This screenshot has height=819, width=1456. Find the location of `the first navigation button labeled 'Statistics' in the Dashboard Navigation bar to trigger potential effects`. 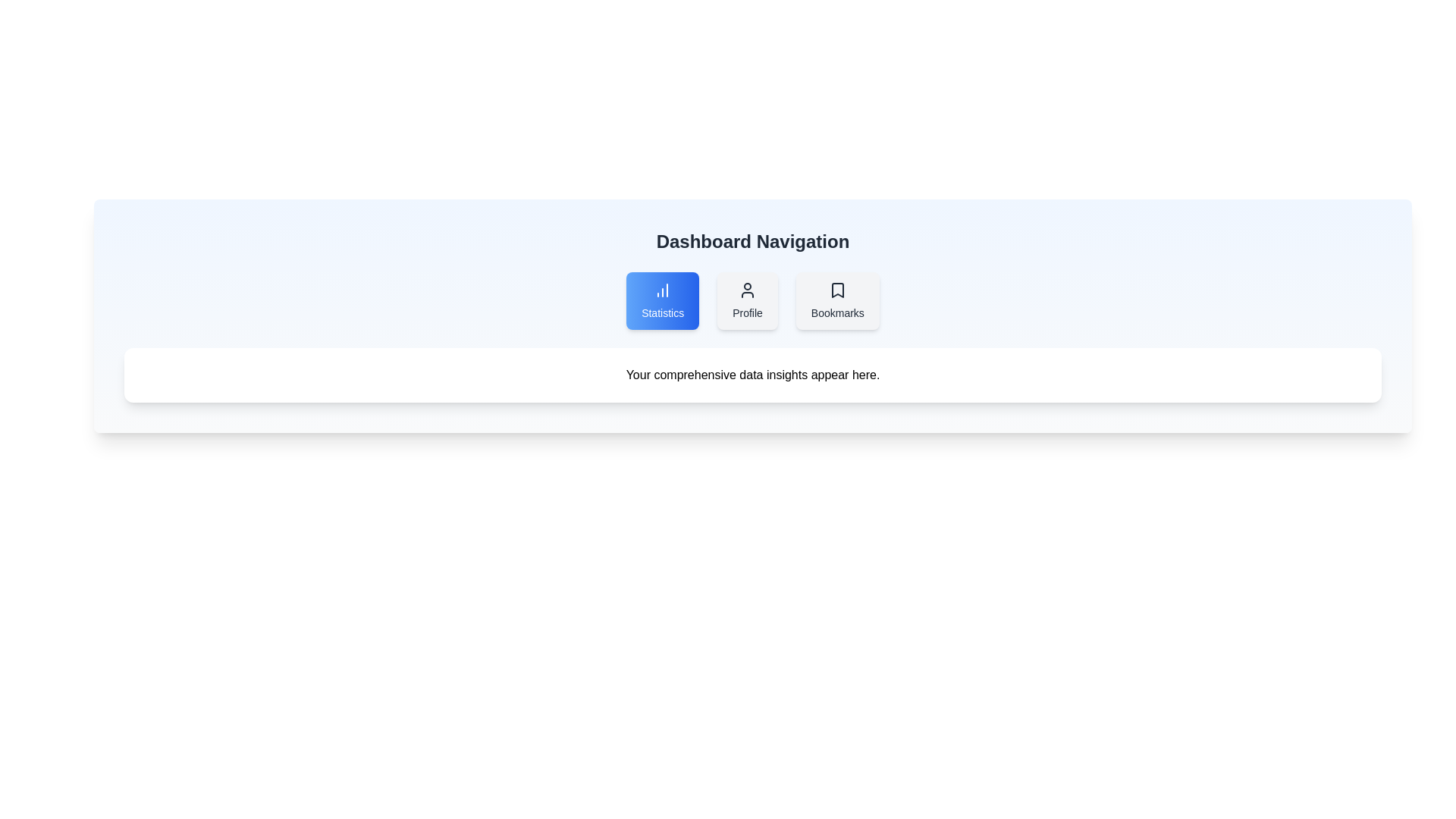

the first navigation button labeled 'Statistics' in the Dashboard Navigation bar to trigger potential effects is located at coordinates (663, 301).